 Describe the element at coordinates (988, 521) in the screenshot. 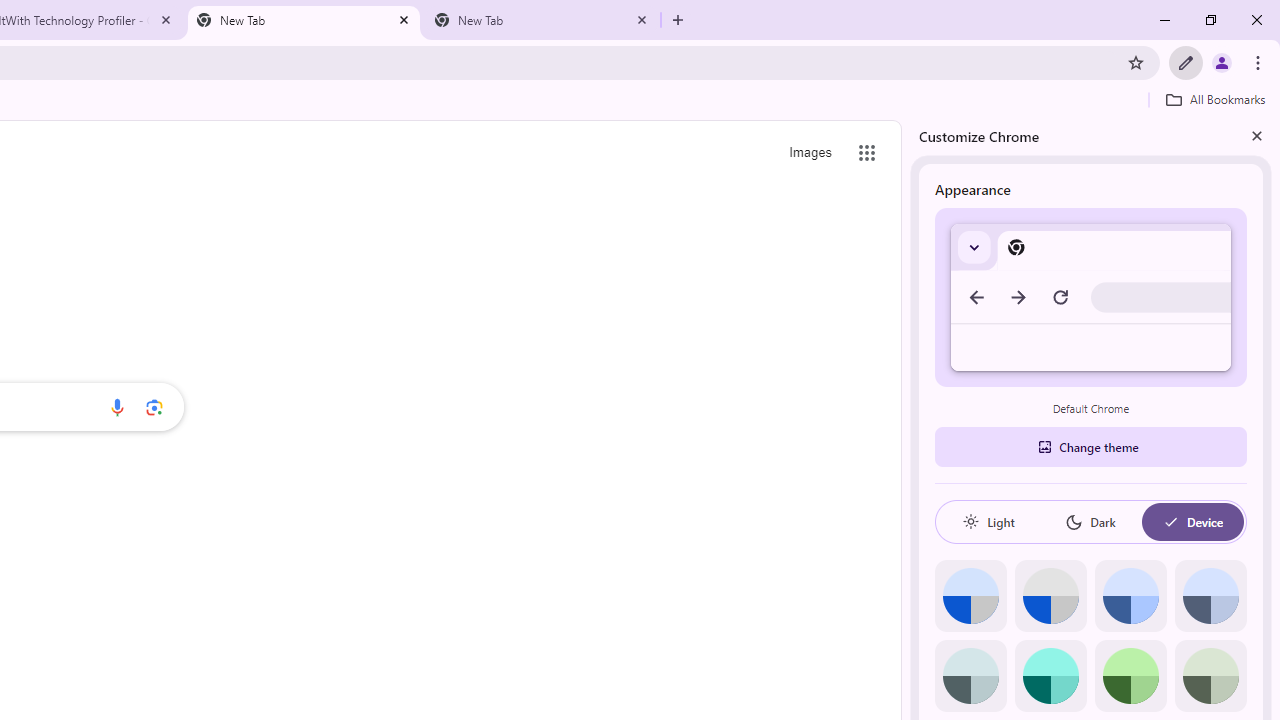

I see `'Light'` at that location.